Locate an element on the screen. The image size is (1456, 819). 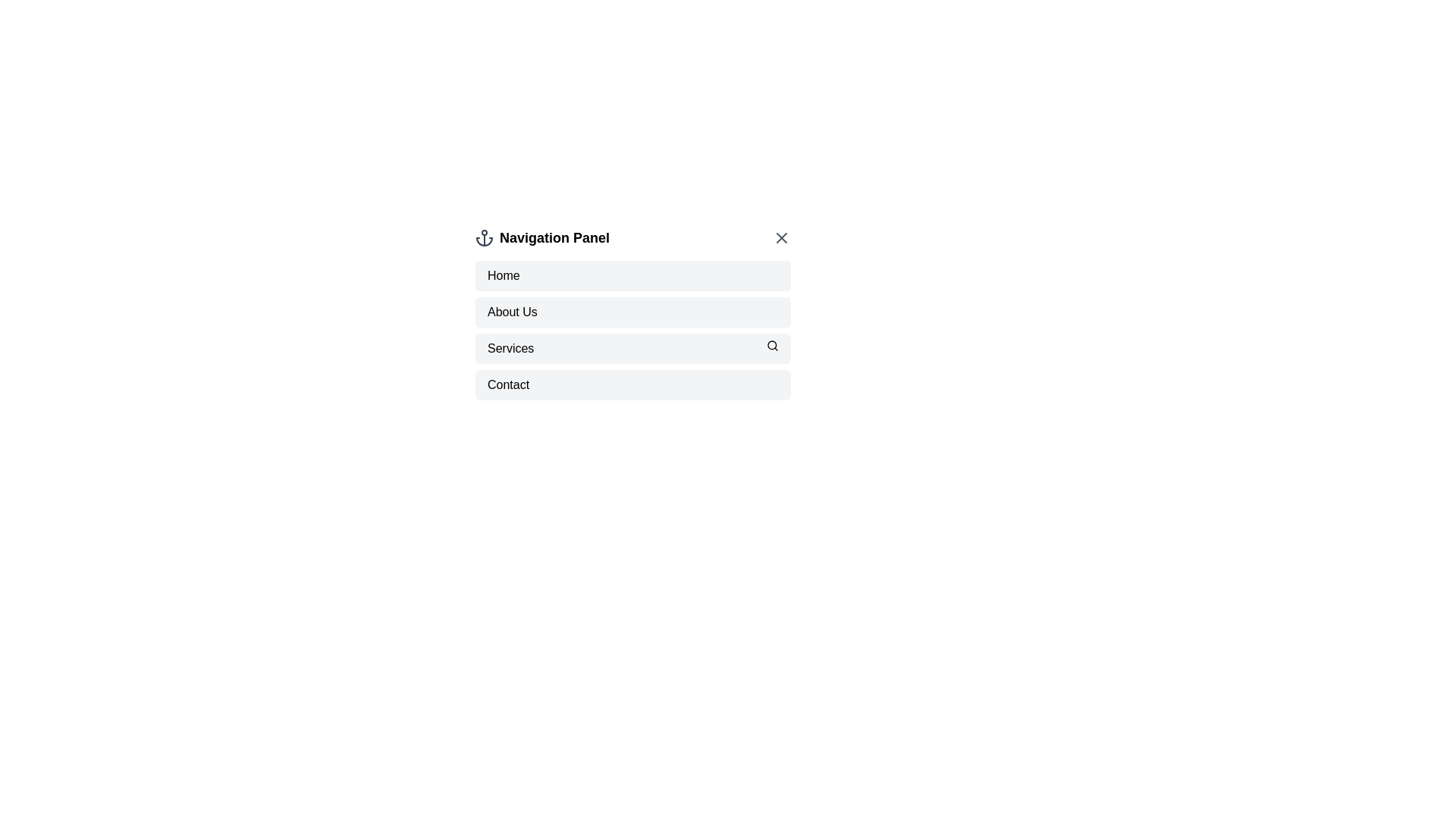
the curved line segment of the anchor icon, which is styled with a black outline and located near the top-left corner of the navigation panel interface is located at coordinates (483, 241).